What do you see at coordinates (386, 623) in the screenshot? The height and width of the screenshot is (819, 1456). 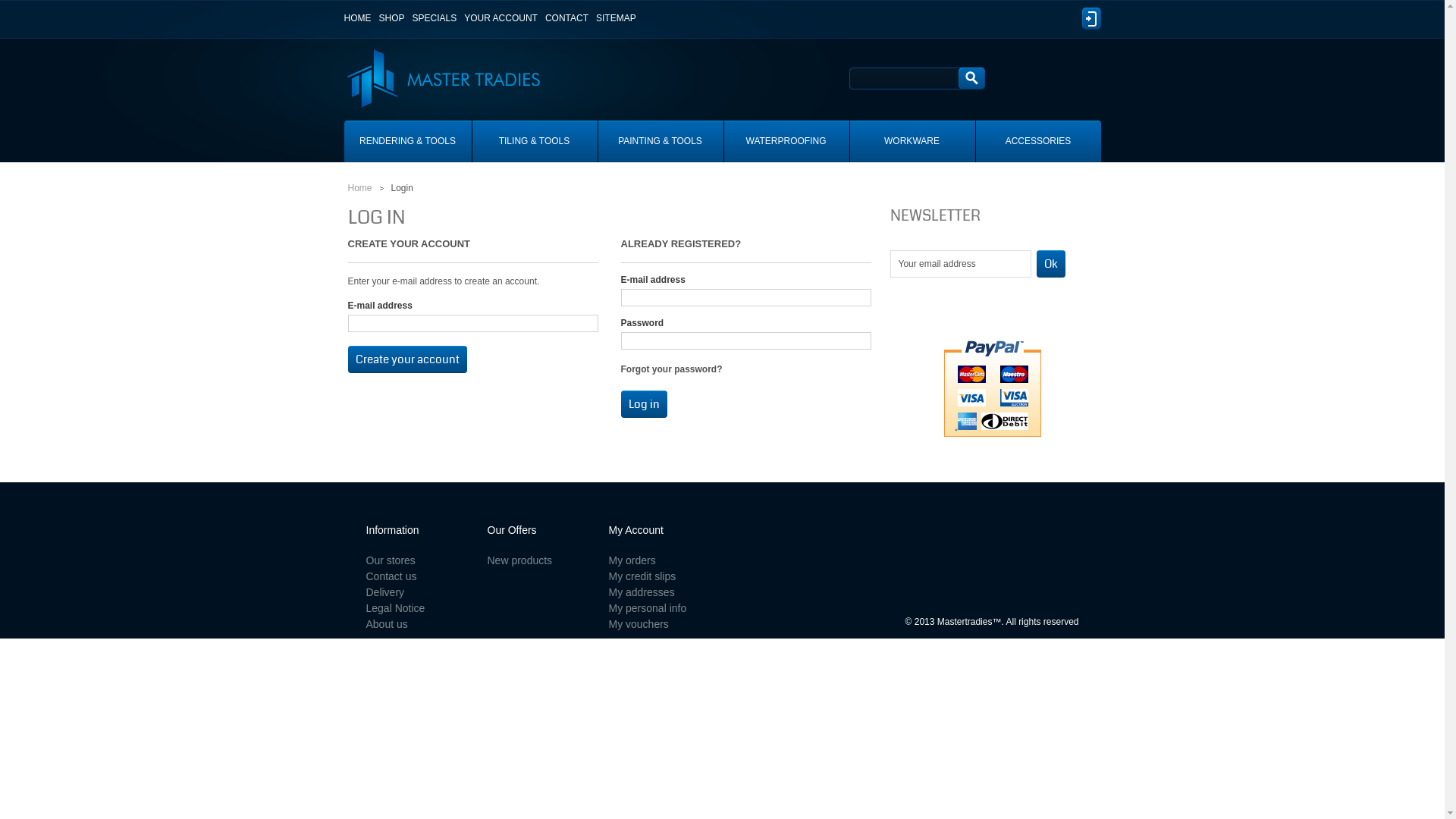 I see `'About us'` at bounding box center [386, 623].